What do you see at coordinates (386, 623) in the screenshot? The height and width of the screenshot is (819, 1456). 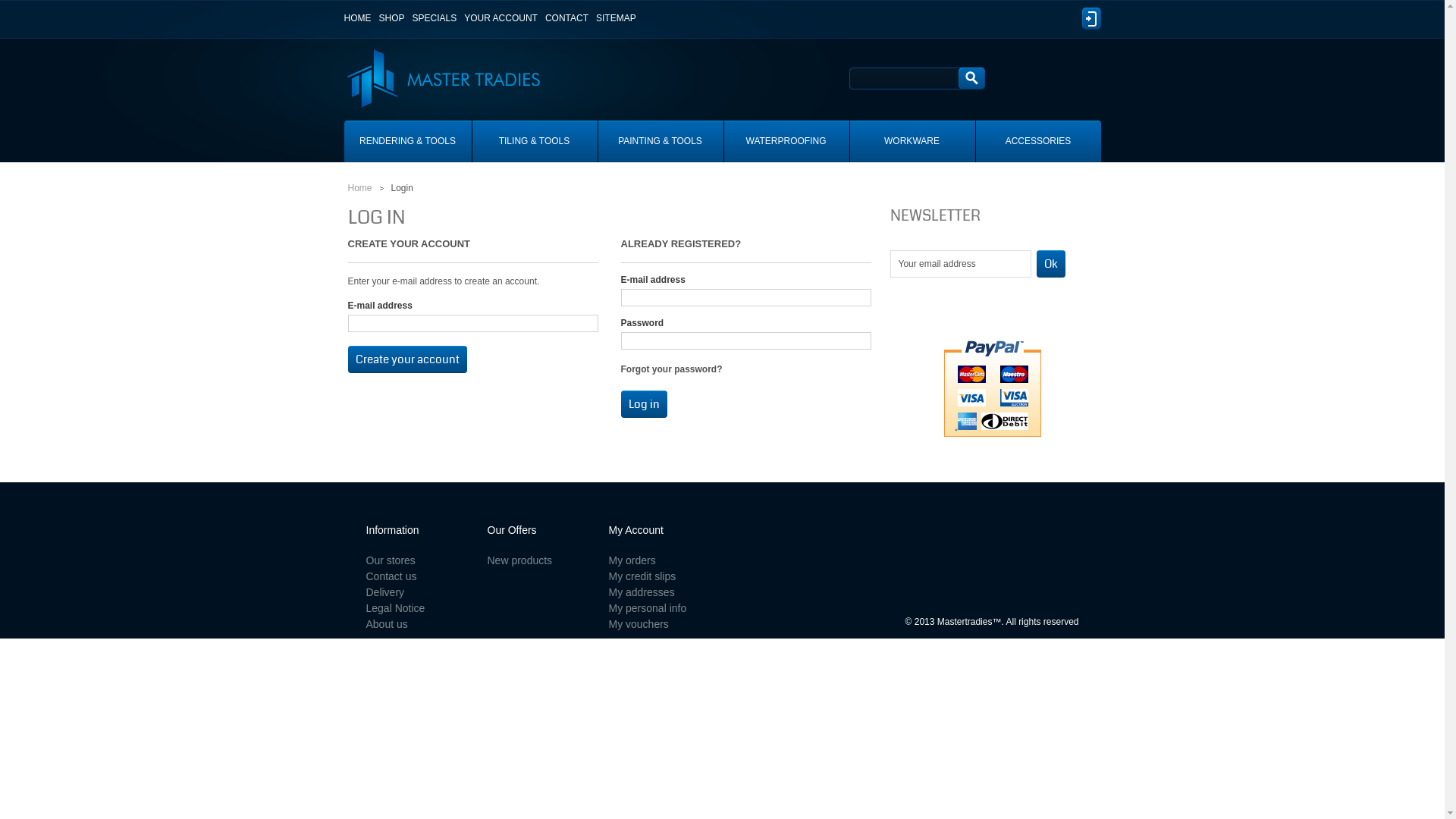 I see `'About us'` at bounding box center [386, 623].